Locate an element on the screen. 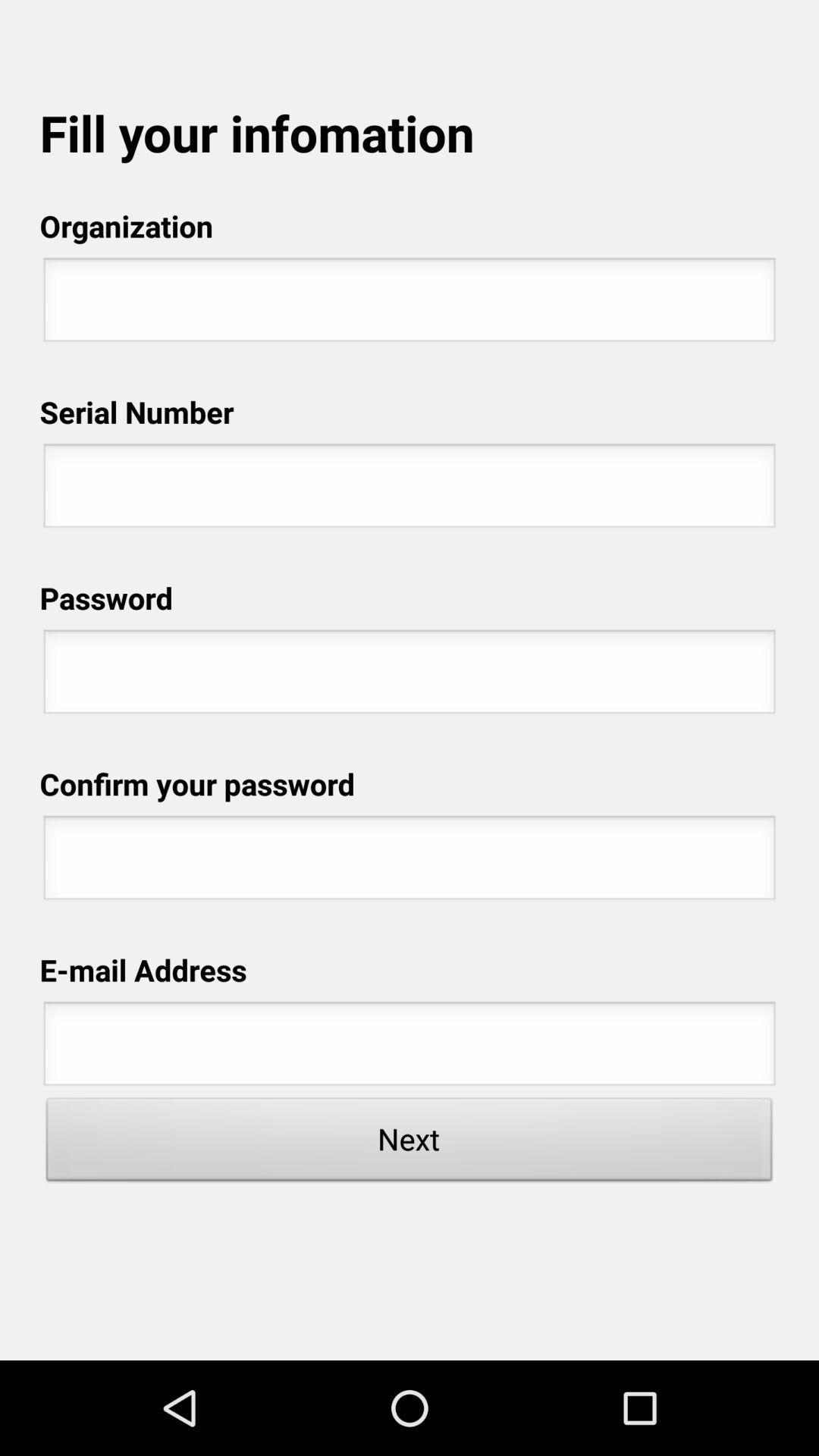 The image size is (819, 1456). type in password is located at coordinates (409, 862).